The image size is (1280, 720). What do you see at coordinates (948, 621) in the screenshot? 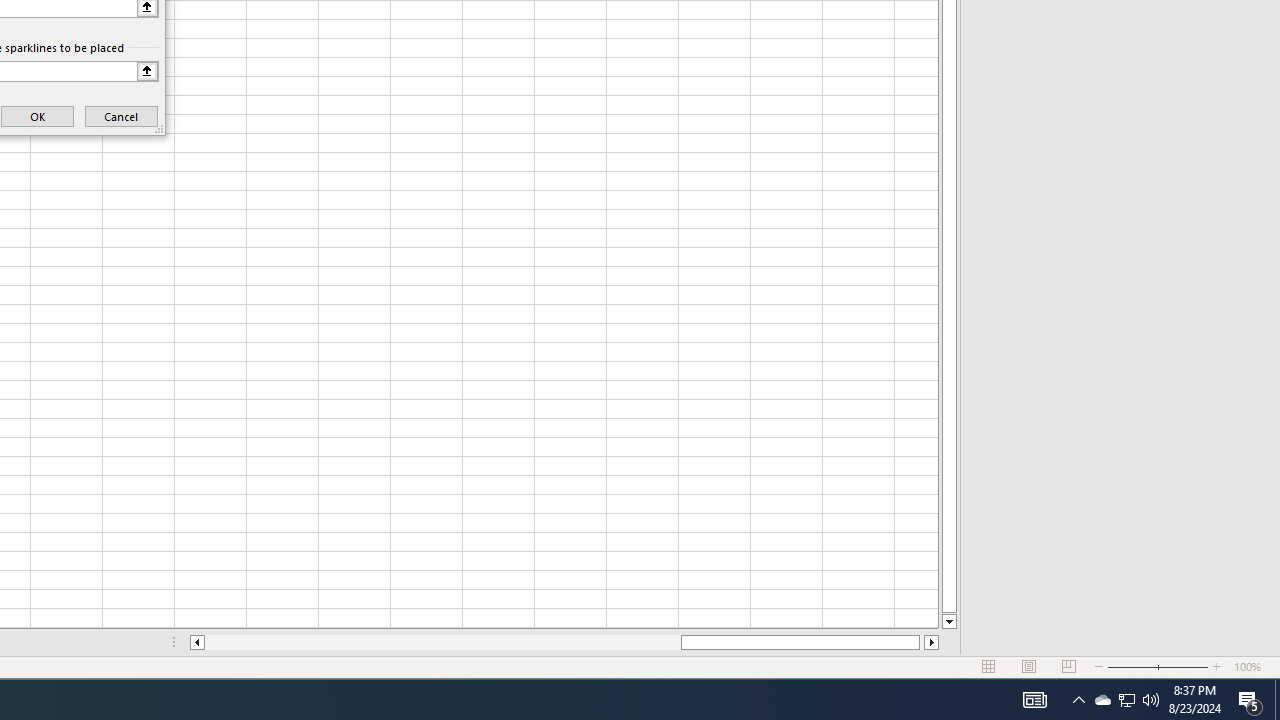
I see `'Line down'` at bounding box center [948, 621].